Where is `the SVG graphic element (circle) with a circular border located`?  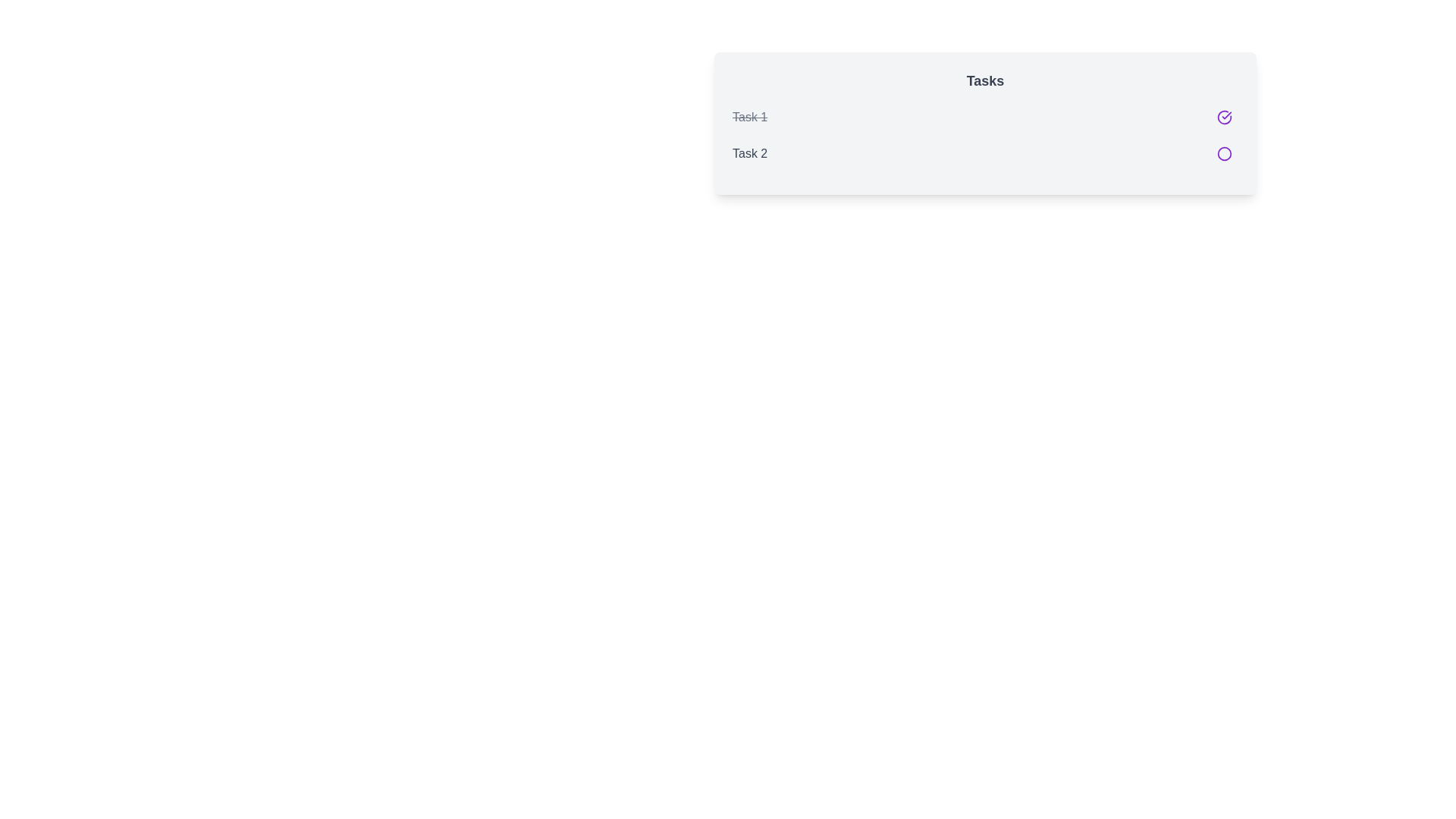 the SVG graphic element (circle) with a circular border located is located at coordinates (1224, 154).